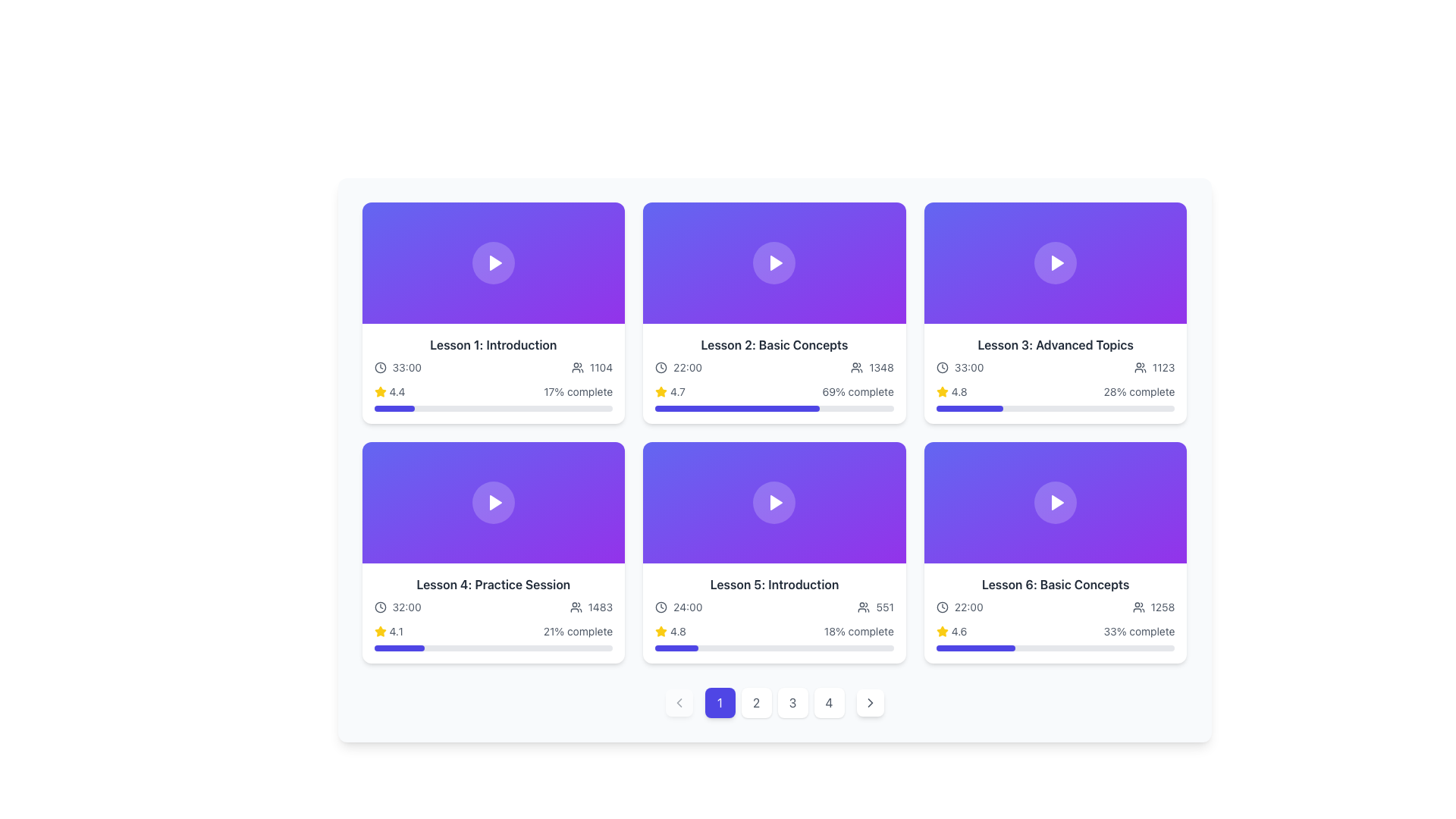 This screenshot has height=819, width=1456. I want to click on the clock icon indicating a time duration of 32:00, which is the leftmost component in a group within the lower-left card of the grid layout, so click(380, 607).